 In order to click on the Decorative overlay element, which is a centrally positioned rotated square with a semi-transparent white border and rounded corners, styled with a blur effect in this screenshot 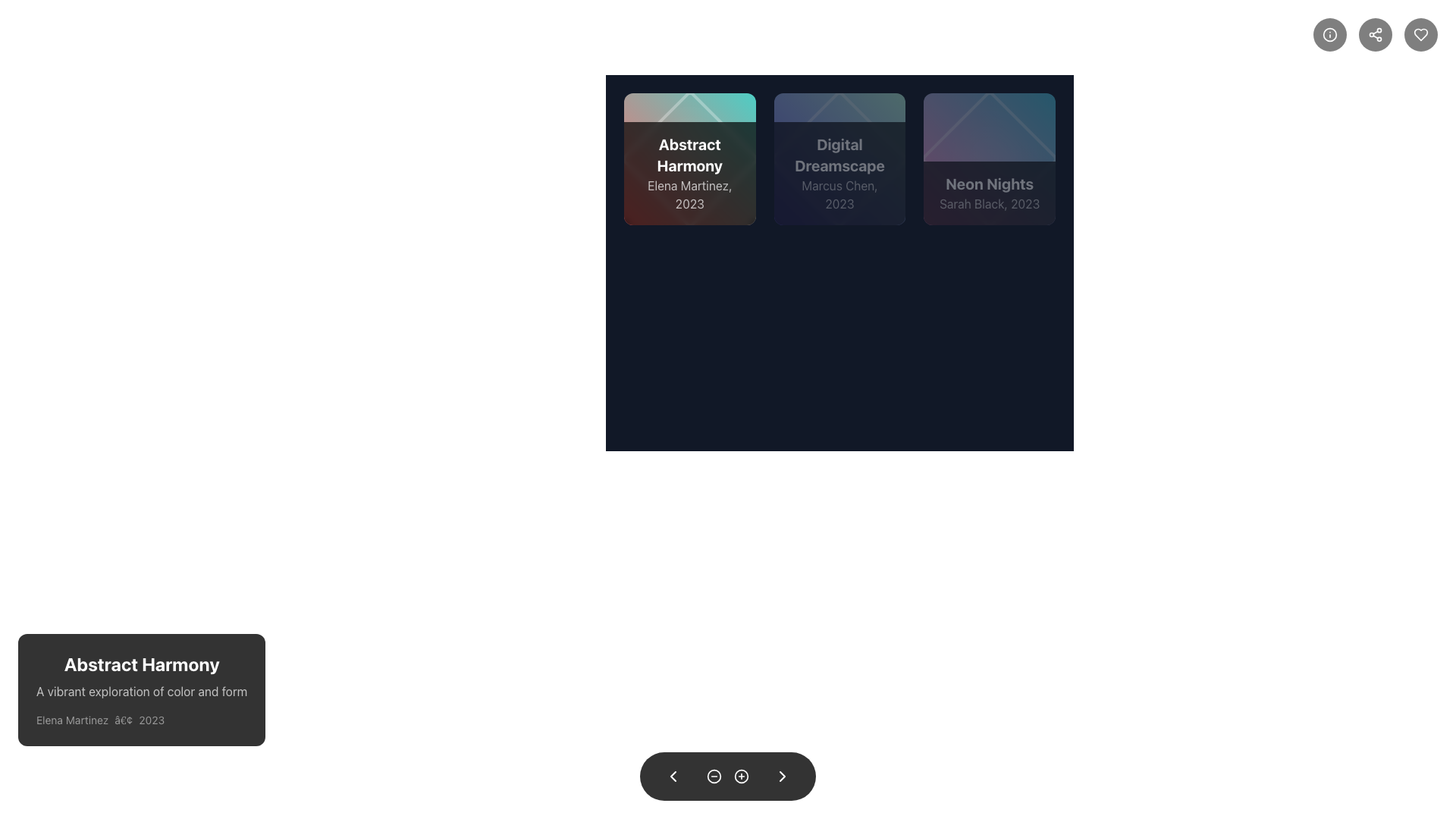, I will do `click(990, 158)`.